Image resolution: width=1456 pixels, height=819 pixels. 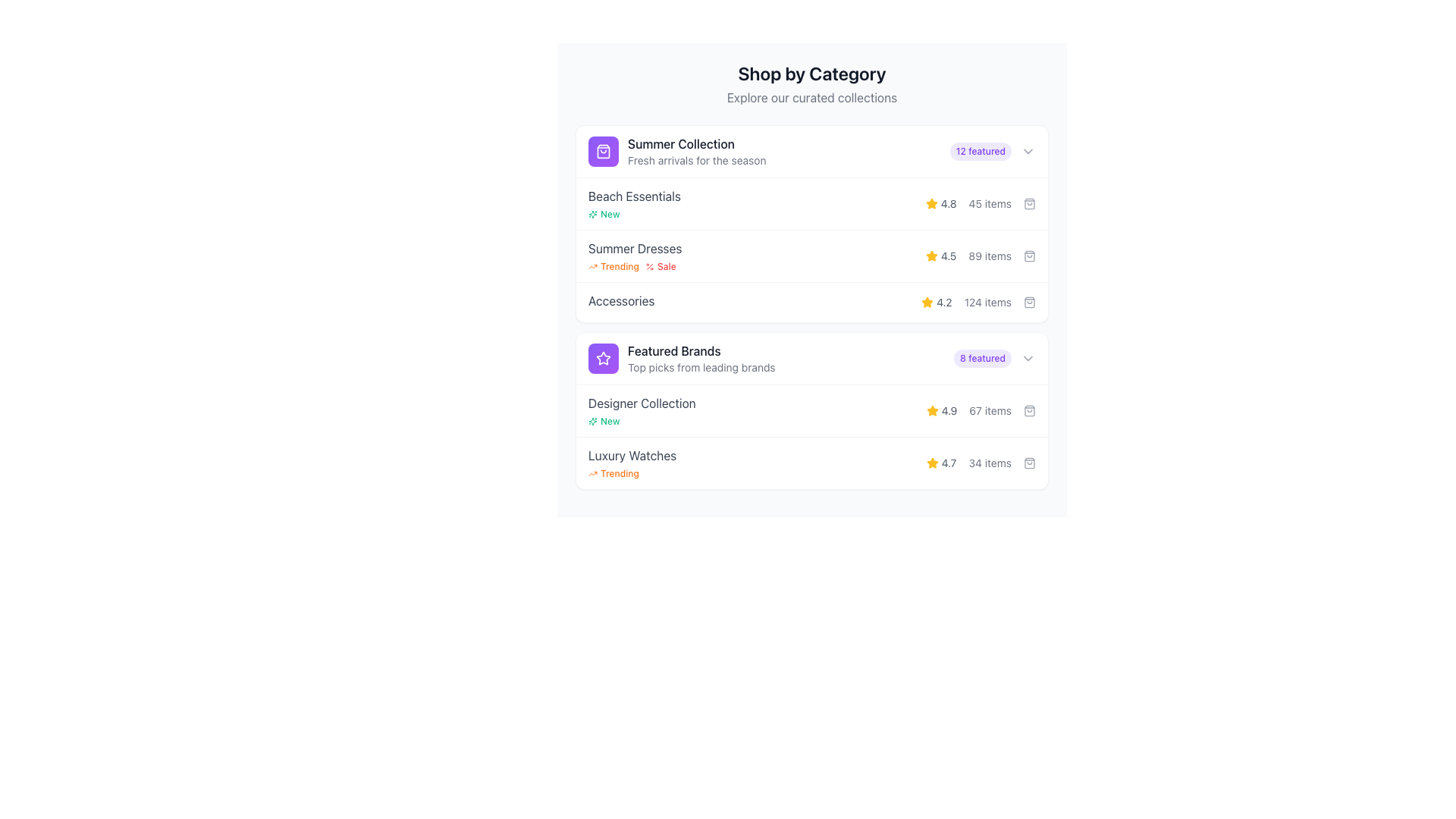 I want to click on the text label that identifies the section 'Accessories', which is the third item in the vertical list under 'Summer Collection', so click(x=621, y=301).